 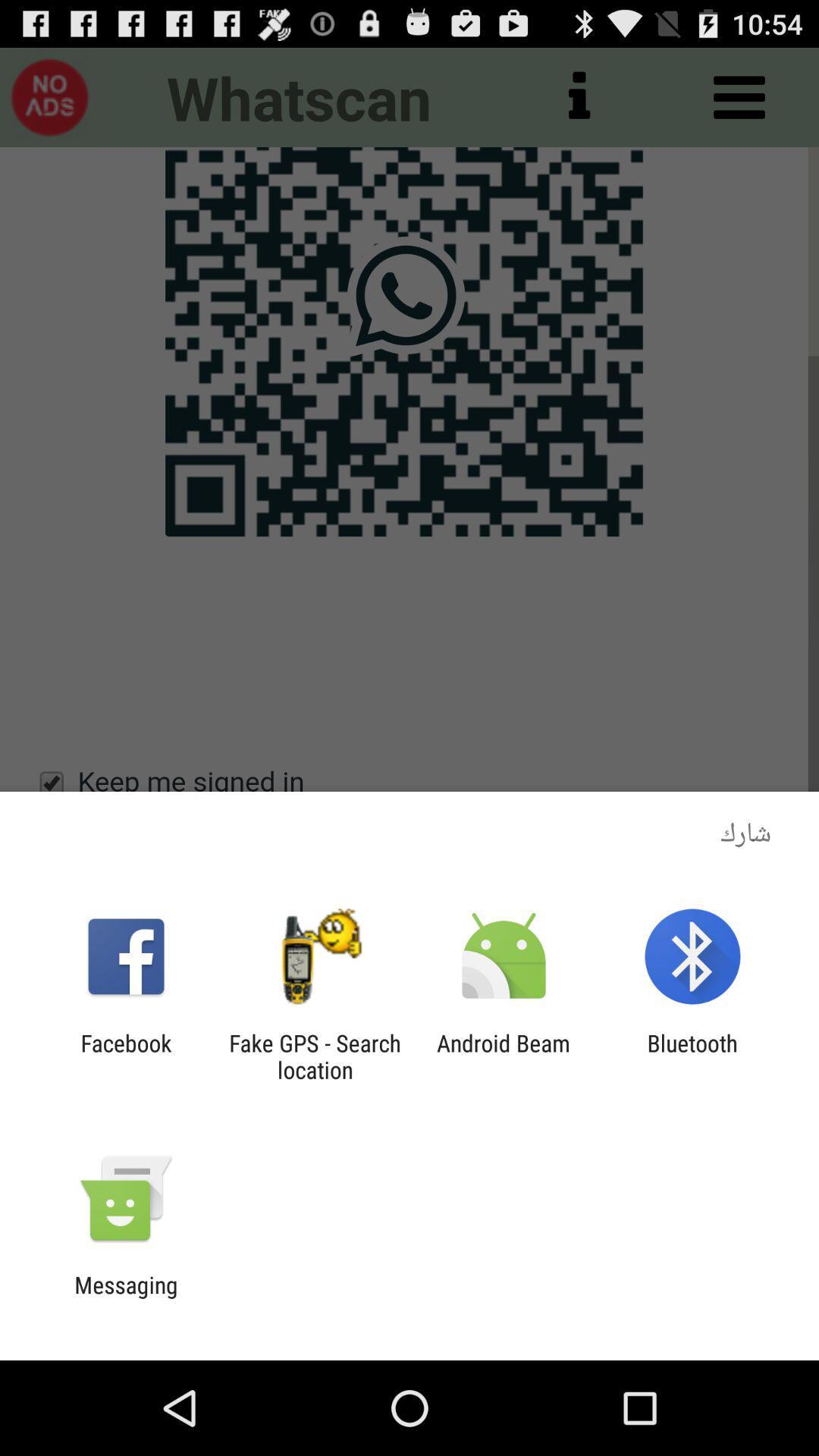 I want to click on the app next to android beam, so click(x=692, y=1056).